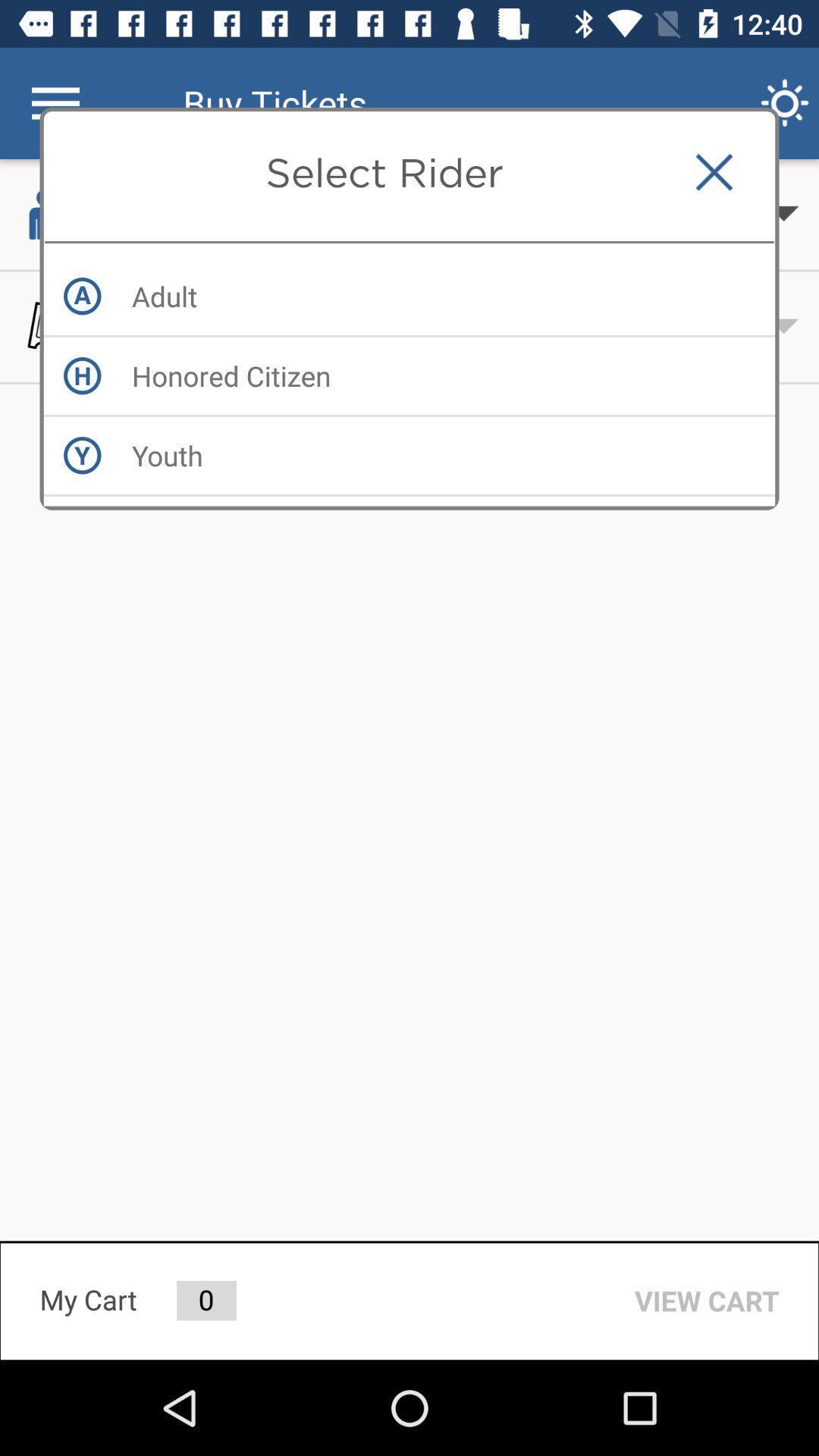 The image size is (819, 1456). Describe the element at coordinates (714, 172) in the screenshot. I see `icon at the top right corner` at that location.